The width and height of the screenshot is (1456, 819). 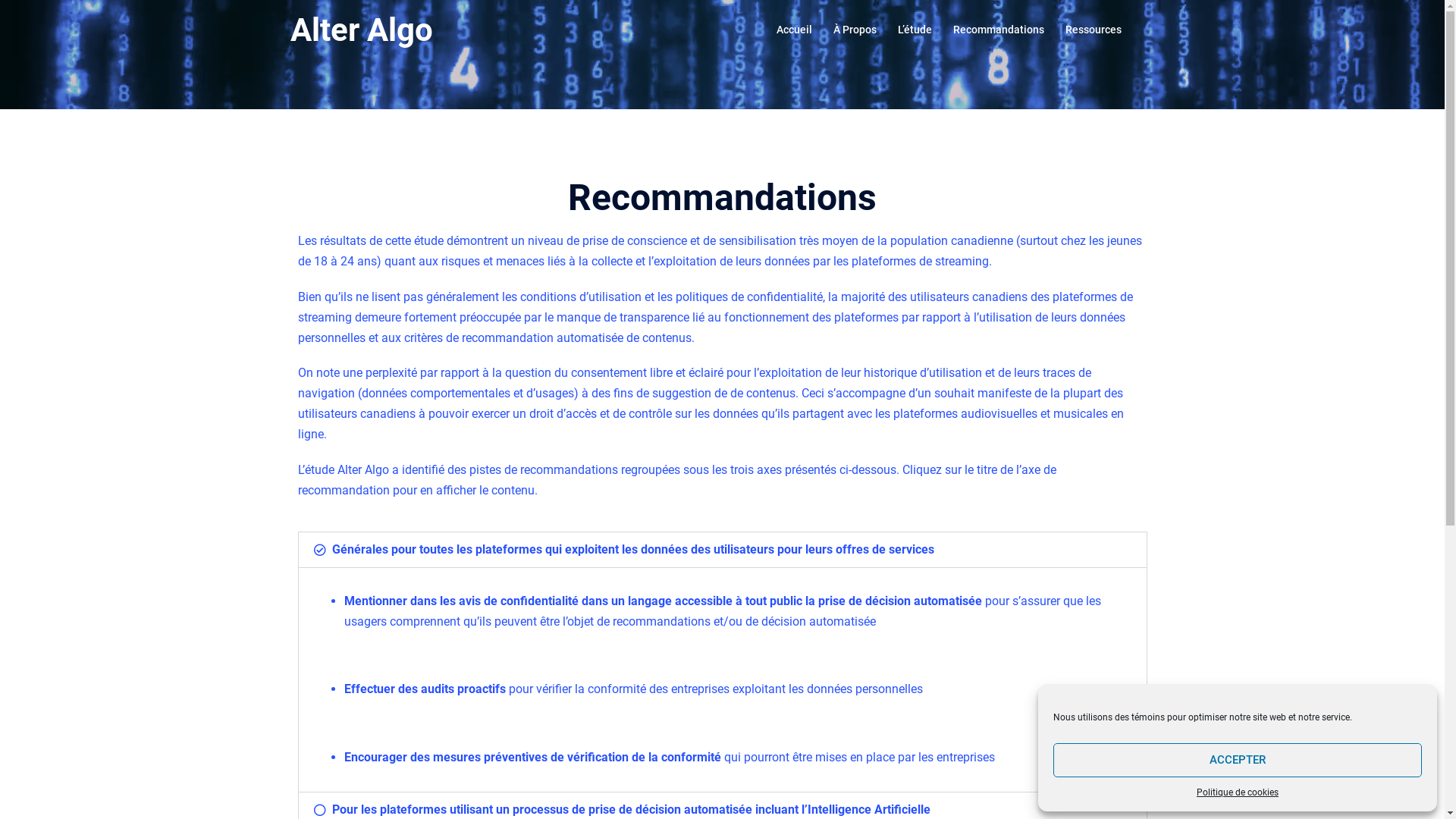 I want to click on 'Accueil', so click(x=793, y=30).